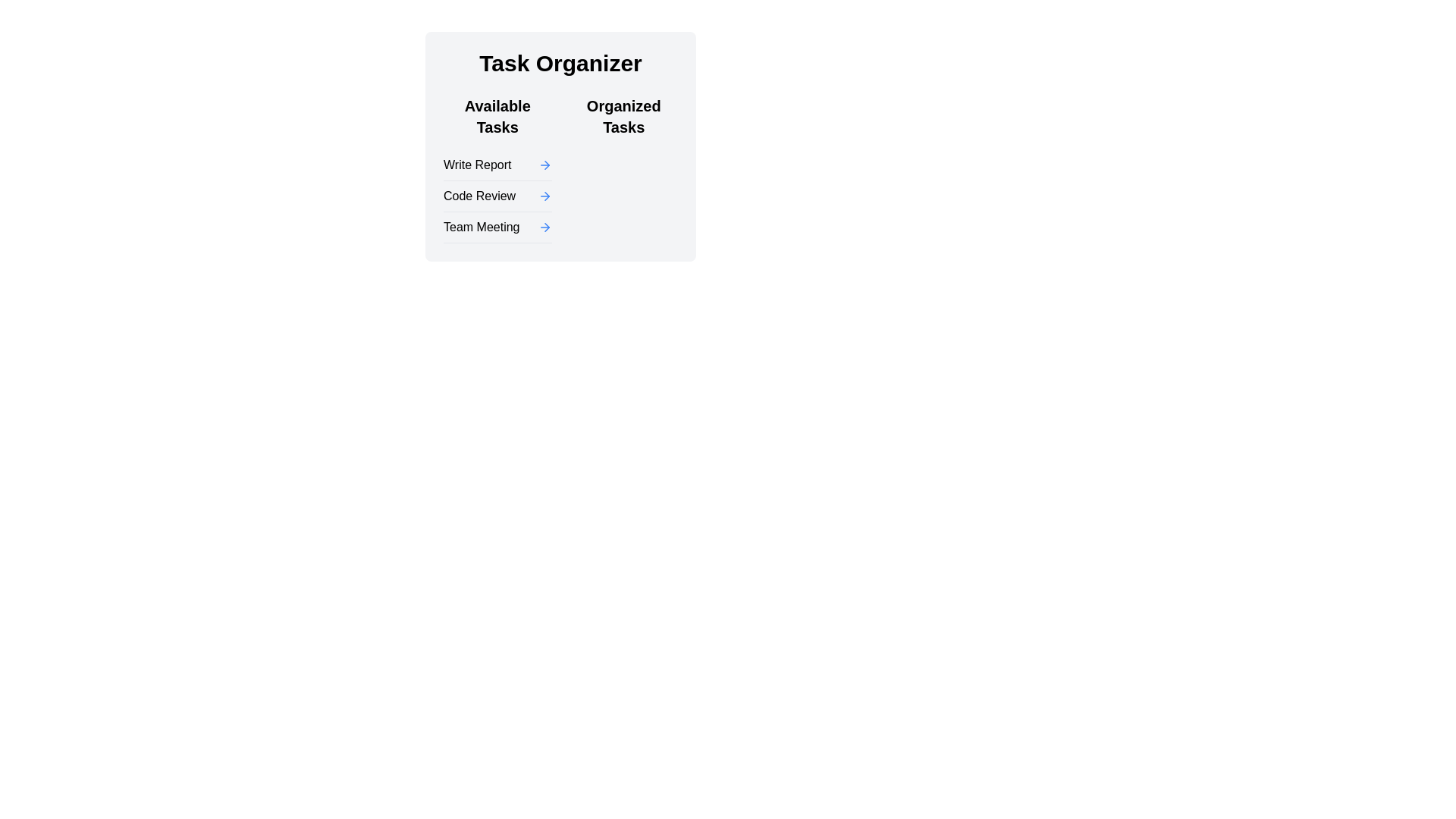  What do you see at coordinates (546, 195) in the screenshot?
I see `the arrow icon in the second row of the 'Available Tasks' section` at bounding box center [546, 195].